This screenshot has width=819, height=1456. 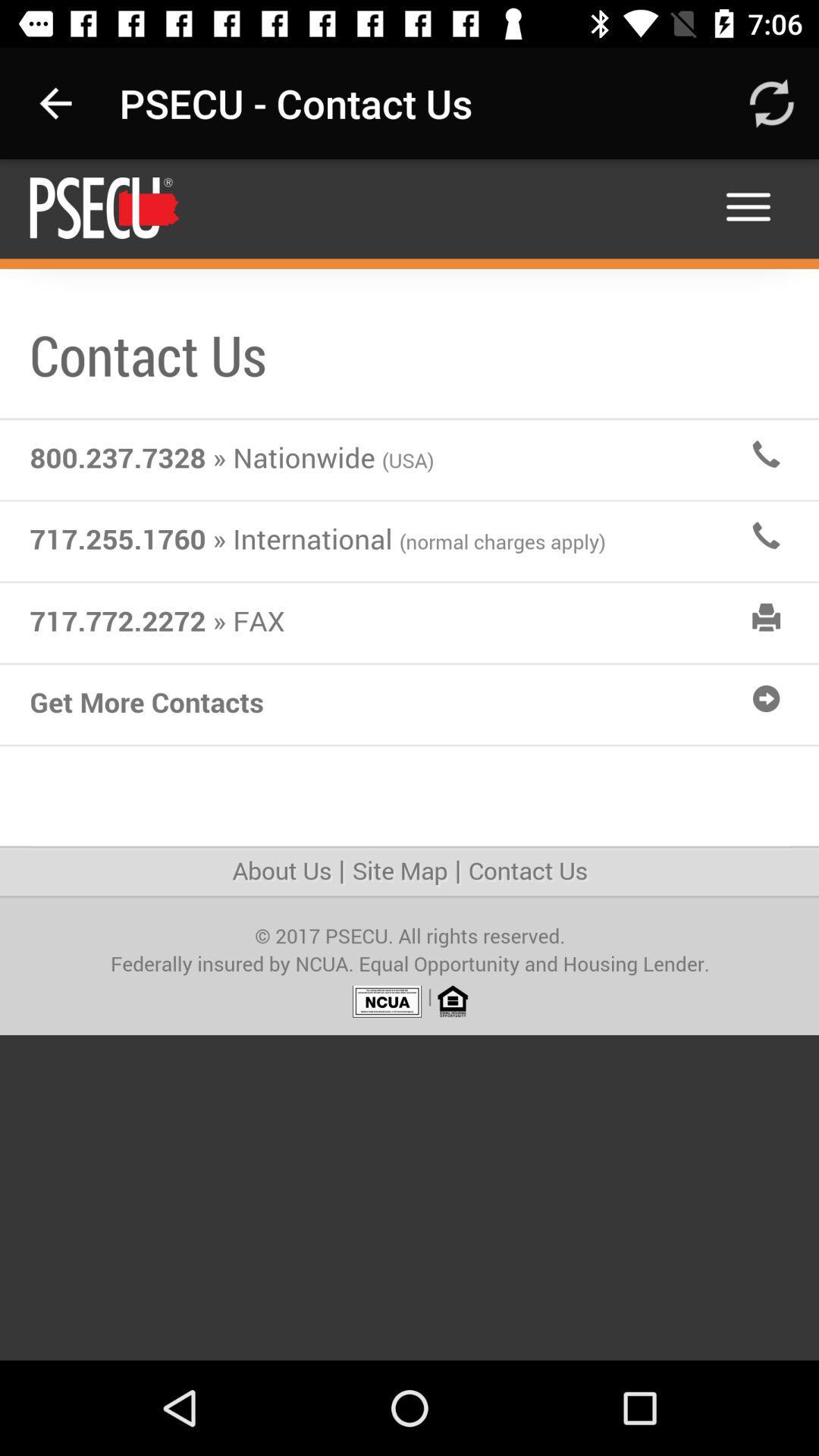 What do you see at coordinates (409, 760) in the screenshot?
I see `psecu contact us page` at bounding box center [409, 760].